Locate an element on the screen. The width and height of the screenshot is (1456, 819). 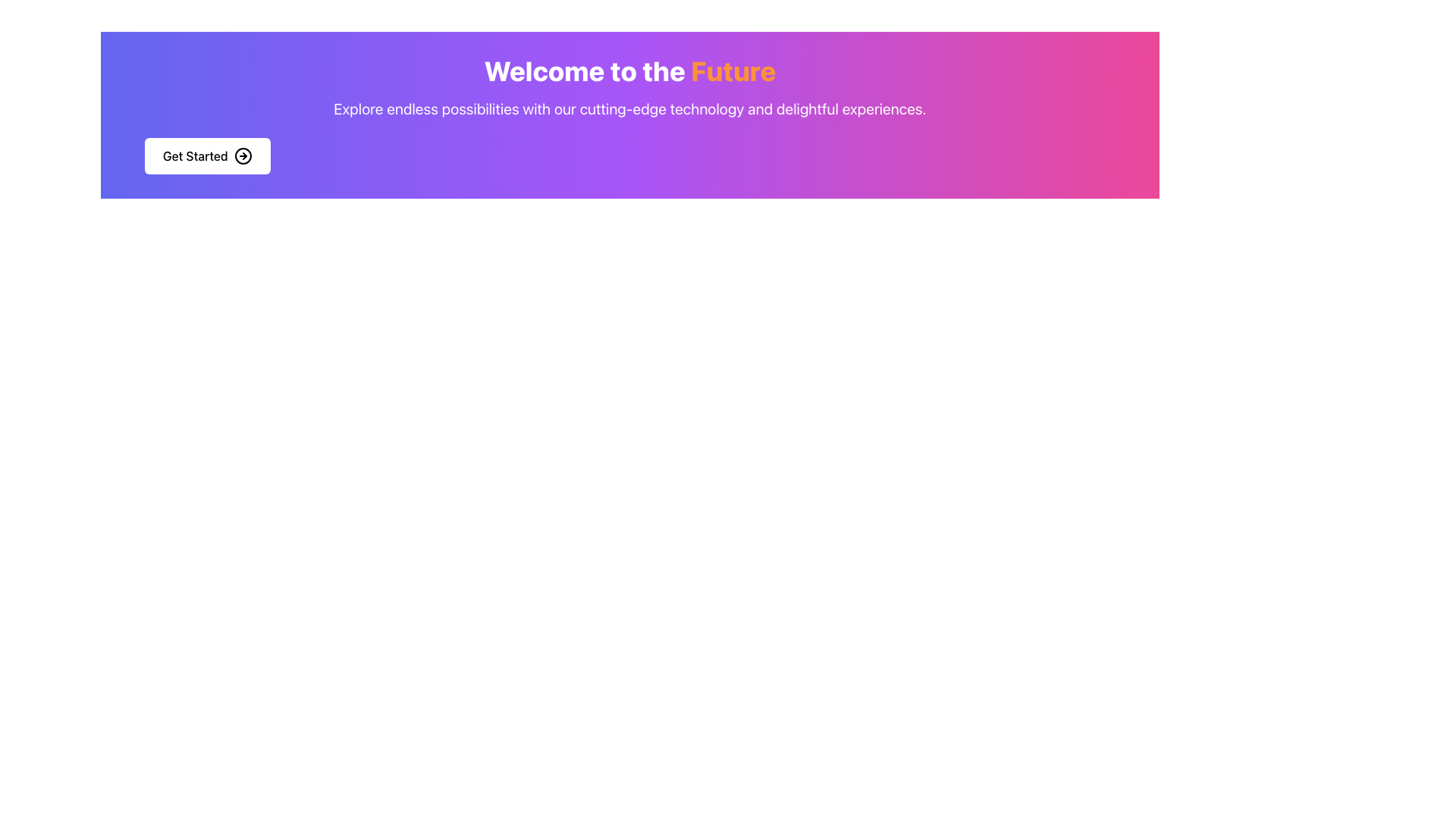
the call-to-action button positioned below the heading and subtitle to trigger hover effects is located at coordinates (206, 155).